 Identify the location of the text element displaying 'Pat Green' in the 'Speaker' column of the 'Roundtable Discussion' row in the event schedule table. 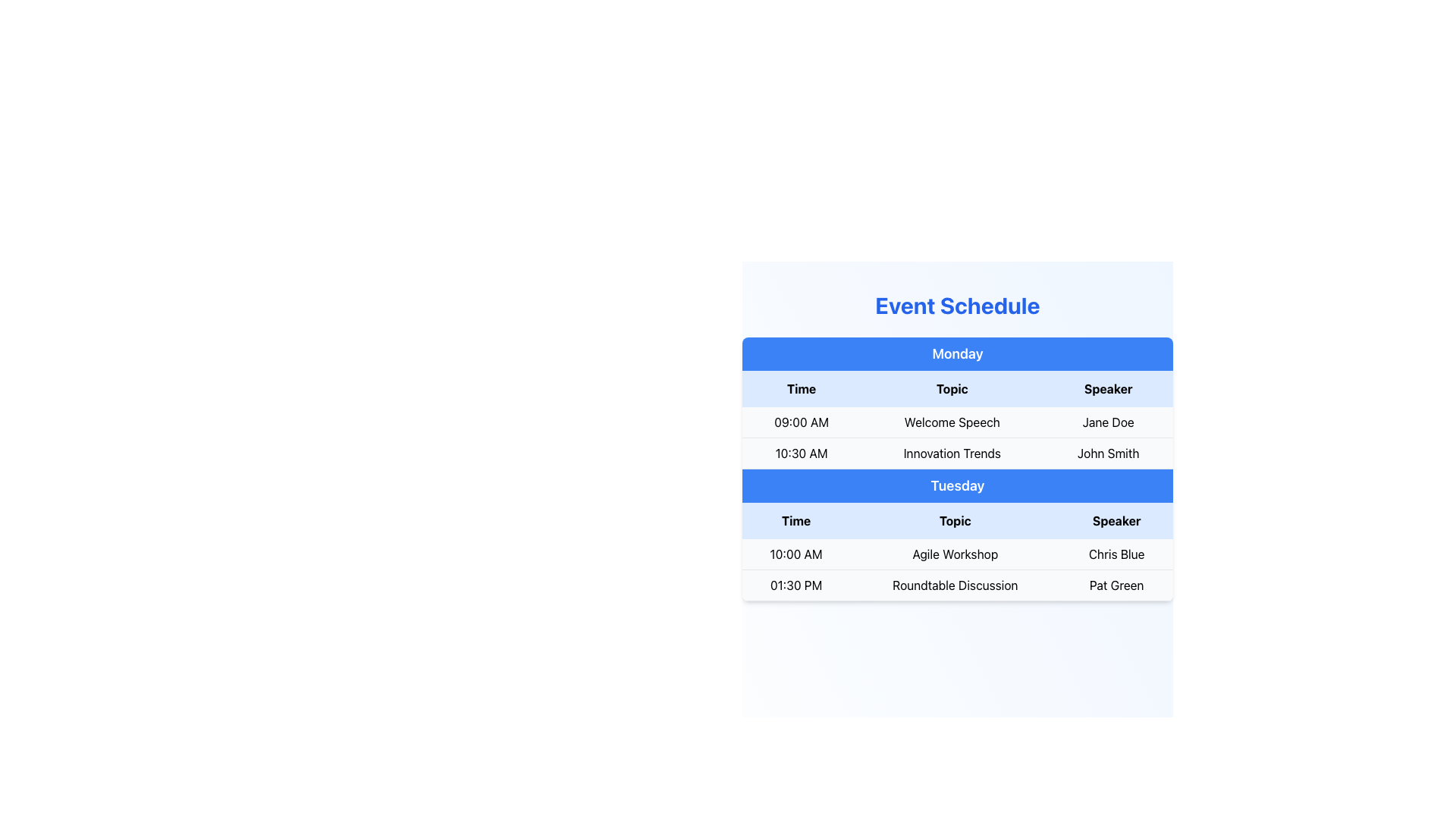
(1116, 584).